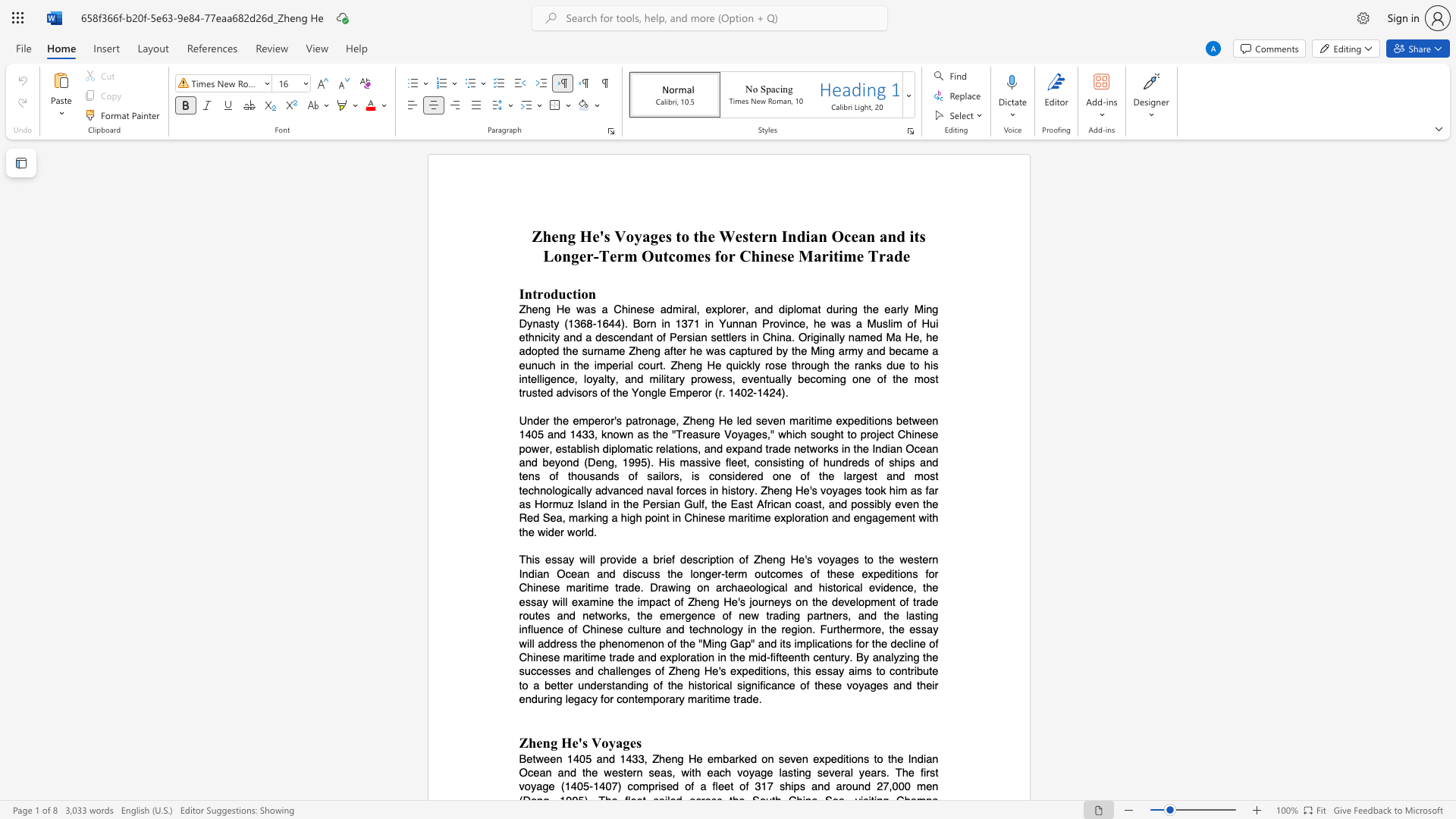 This screenshot has width=1456, height=819. I want to click on the subset text "g influence of Chinese culture and technology in the region. Furthermore, the essay will address the phenomenon of the" within the text "This essay will provide a brief description of Zheng He", so click(931, 615).